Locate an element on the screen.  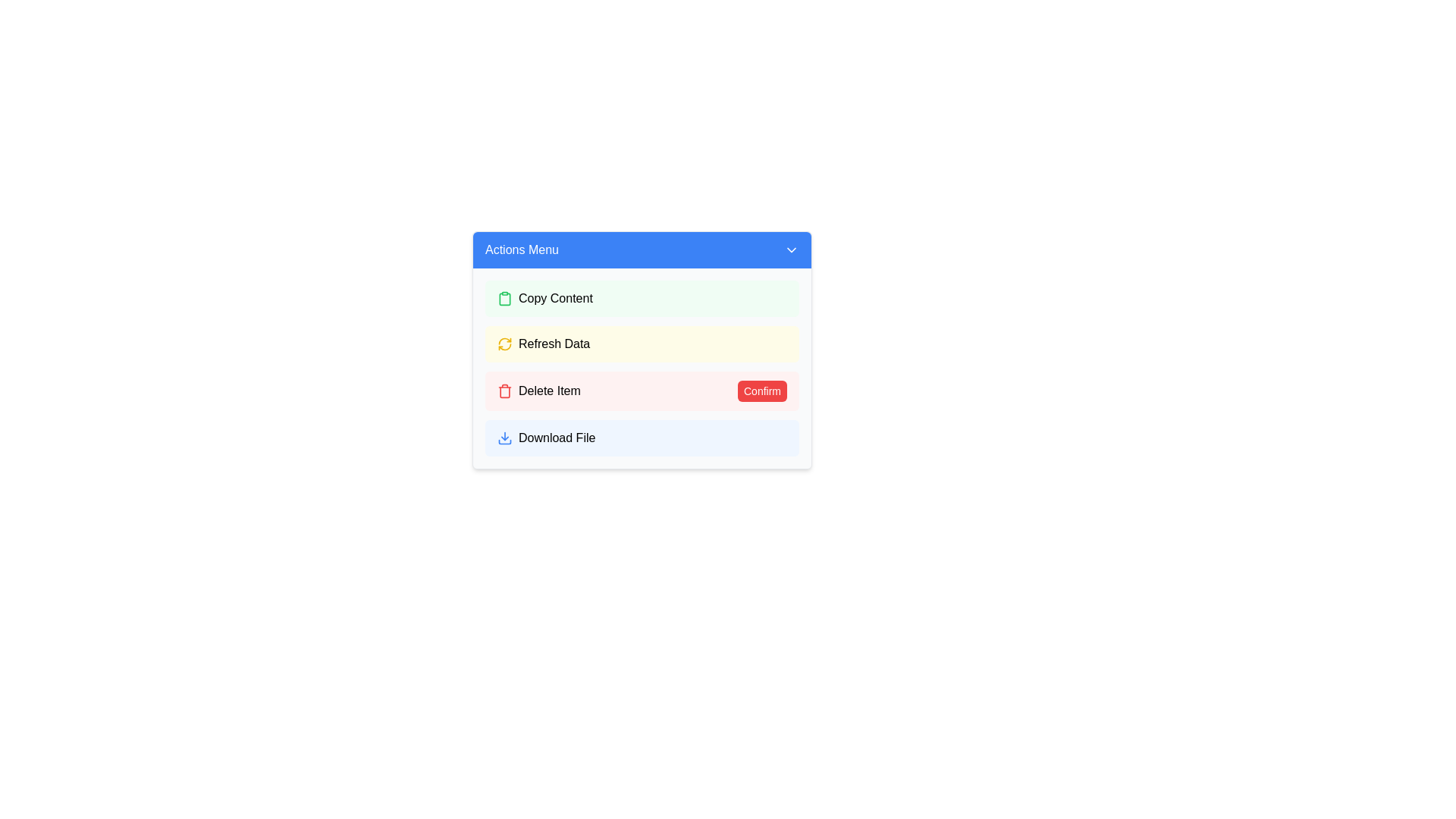
the static text label displaying 'Download File' which is located at the bottom of a vertically-stacked list section, next to a download icon is located at coordinates (556, 438).